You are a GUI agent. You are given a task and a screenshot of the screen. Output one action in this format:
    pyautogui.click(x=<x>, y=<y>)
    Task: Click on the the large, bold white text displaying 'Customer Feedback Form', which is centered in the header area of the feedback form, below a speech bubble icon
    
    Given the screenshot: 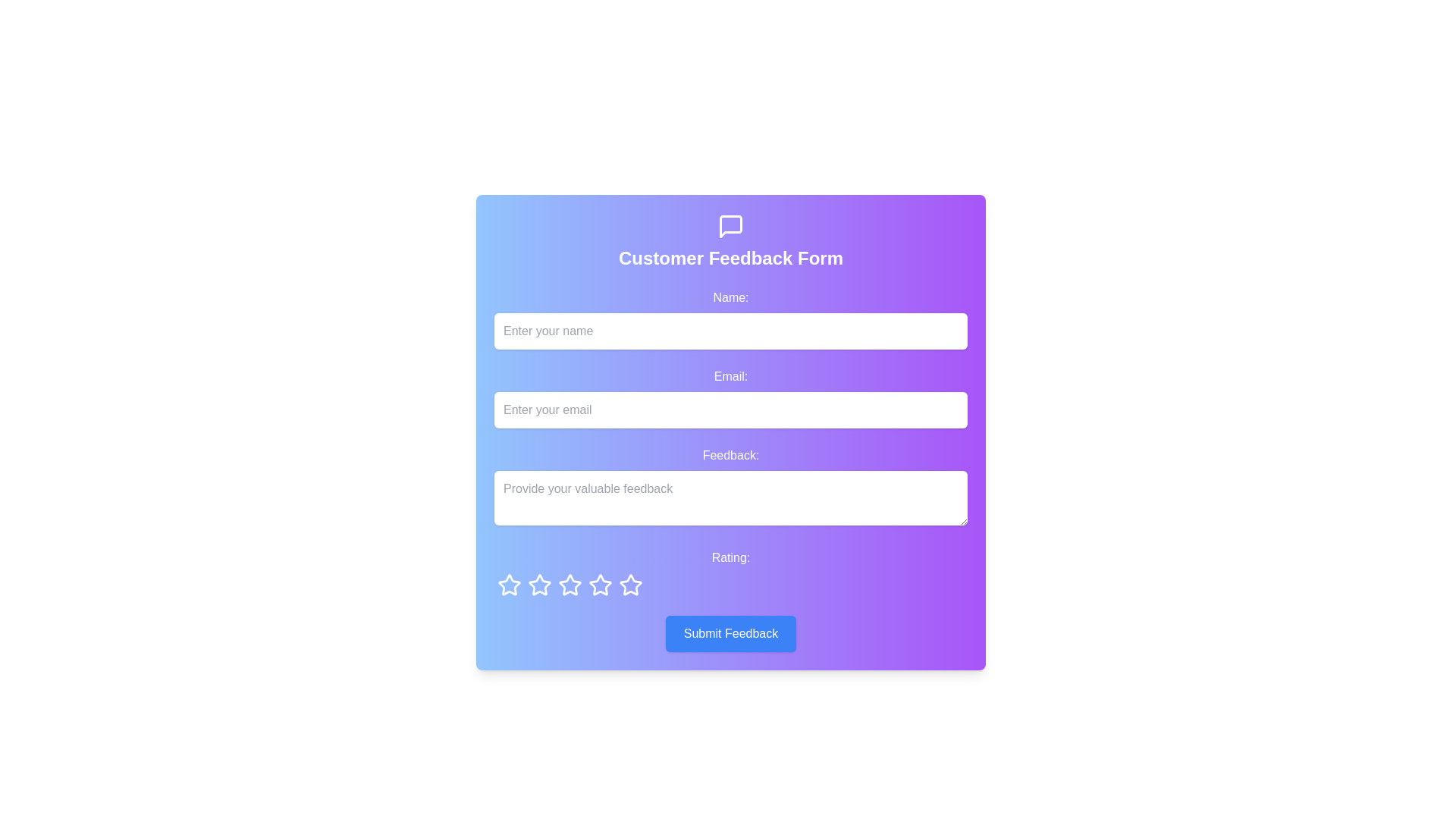 What is the action you would take?
    pyautogui.click(x=731, y=257)
    